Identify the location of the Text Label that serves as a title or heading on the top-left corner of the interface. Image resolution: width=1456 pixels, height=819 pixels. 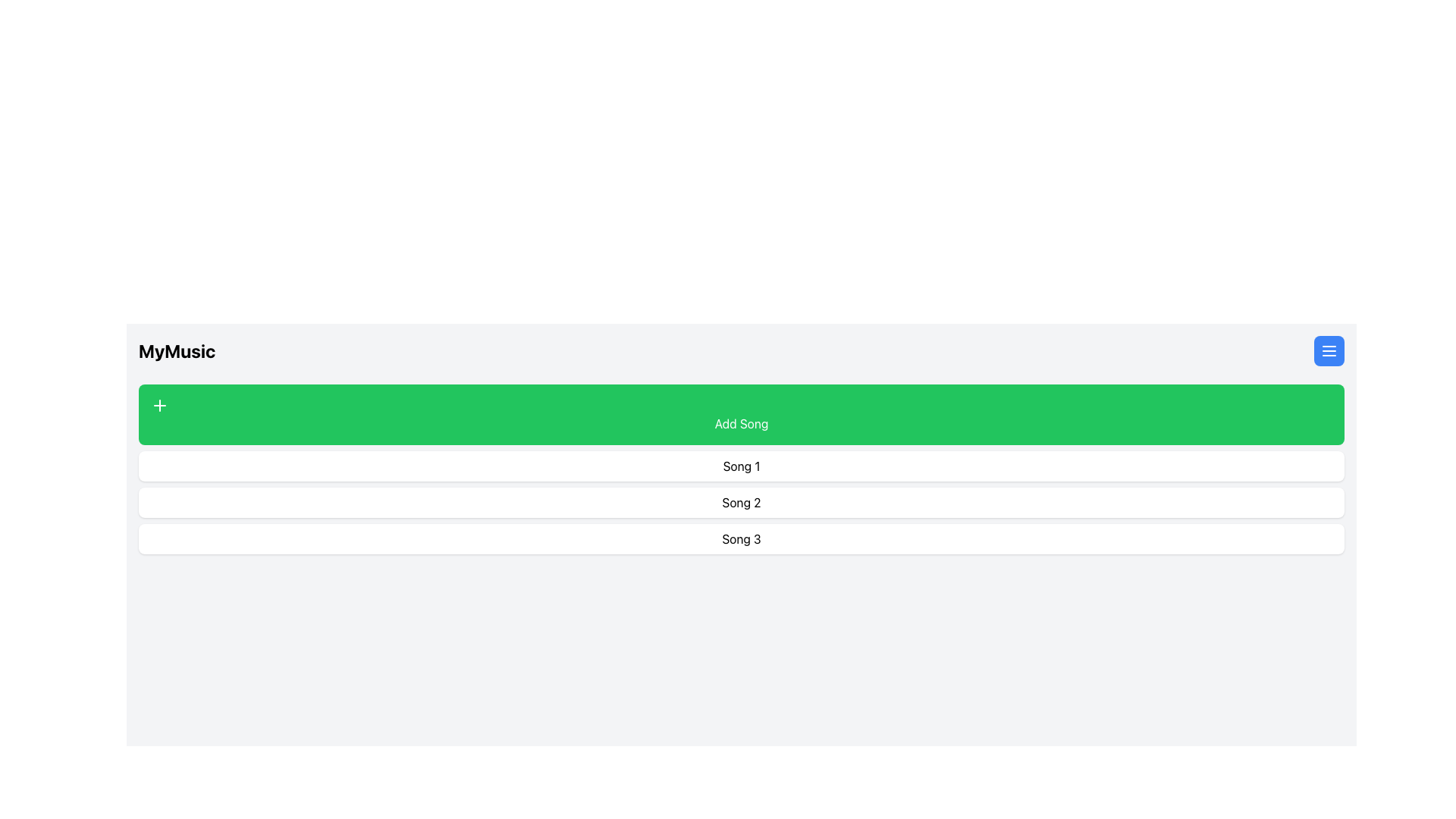
(177, 350).